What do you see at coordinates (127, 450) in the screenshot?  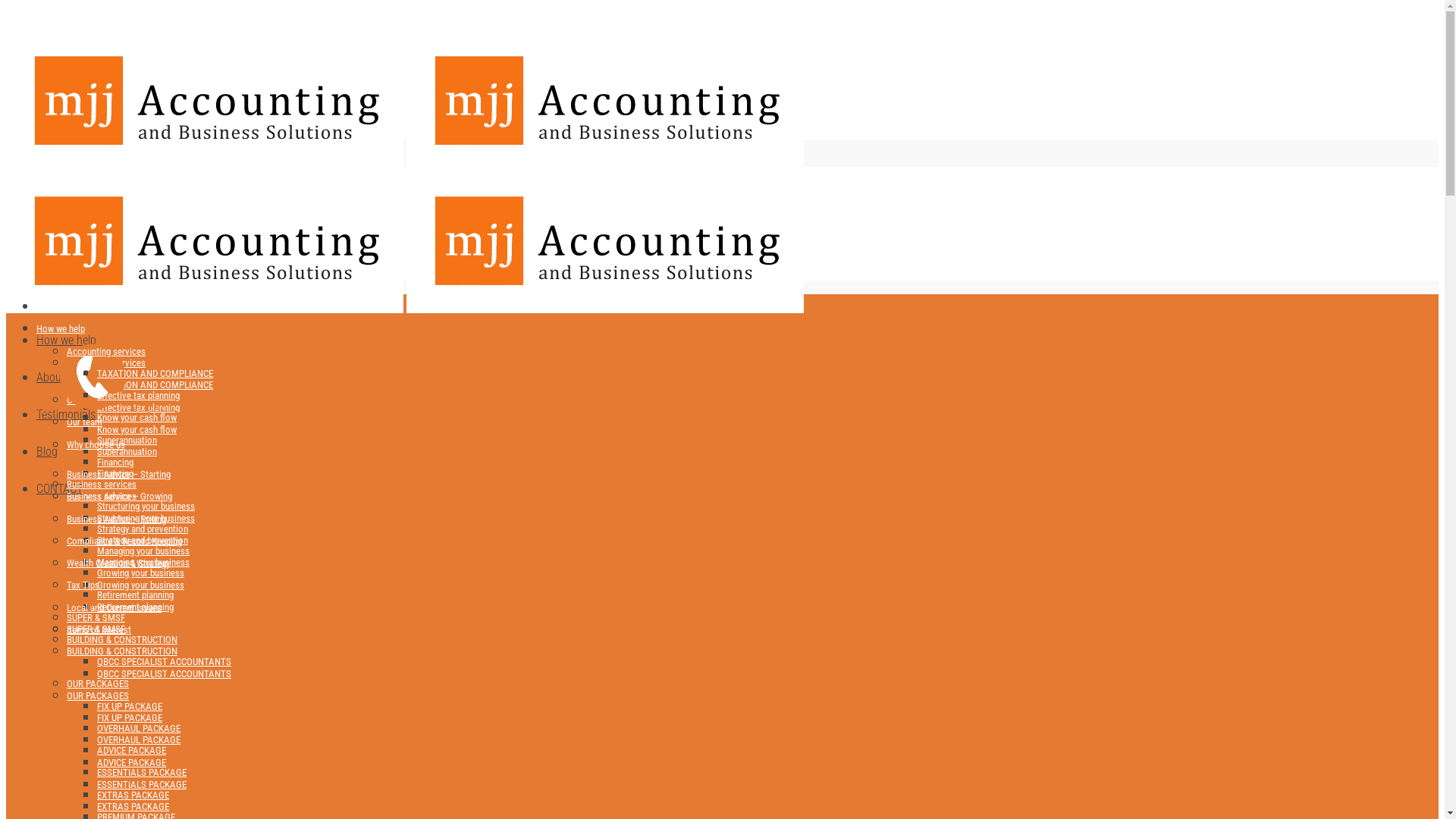 I see `'Superannuation'` at bounding box center [127, 450].